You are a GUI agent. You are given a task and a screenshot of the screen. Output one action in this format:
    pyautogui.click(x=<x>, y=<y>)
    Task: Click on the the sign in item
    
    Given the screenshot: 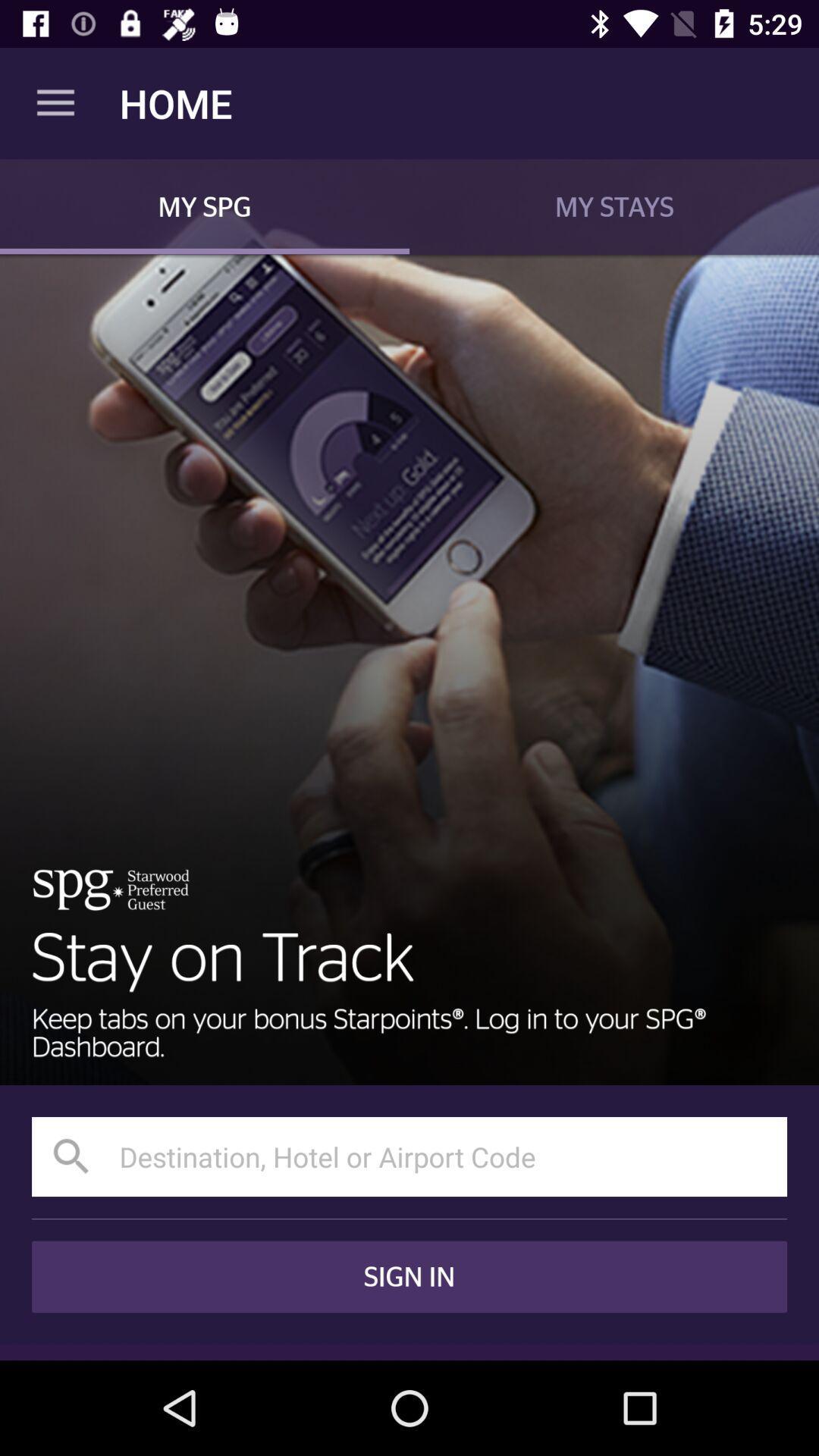 What is the action you would take?
    pyautogui.click(x=409, y=1276)
    